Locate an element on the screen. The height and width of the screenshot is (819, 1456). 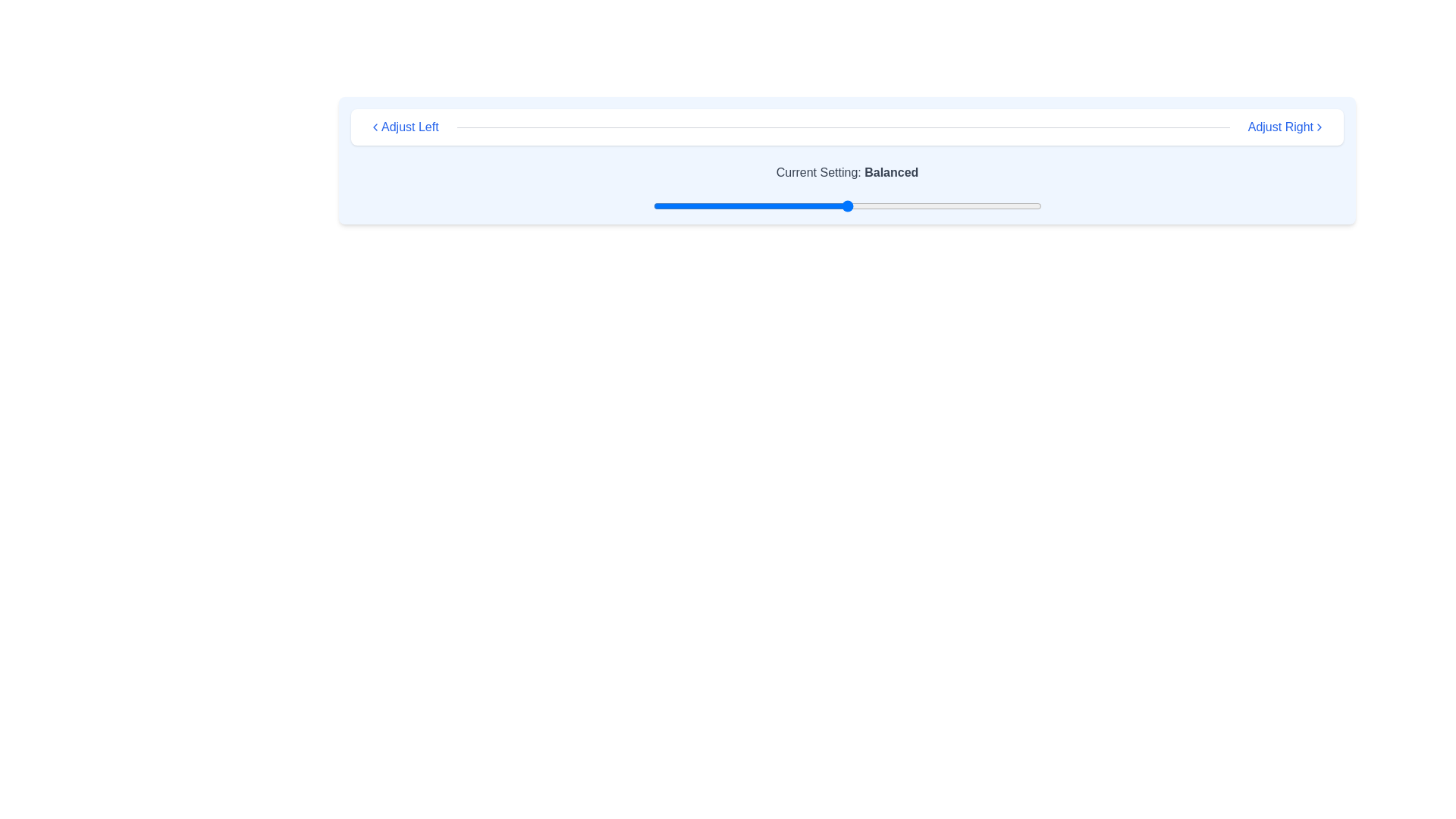
slider is located at coordinates (695, 206).